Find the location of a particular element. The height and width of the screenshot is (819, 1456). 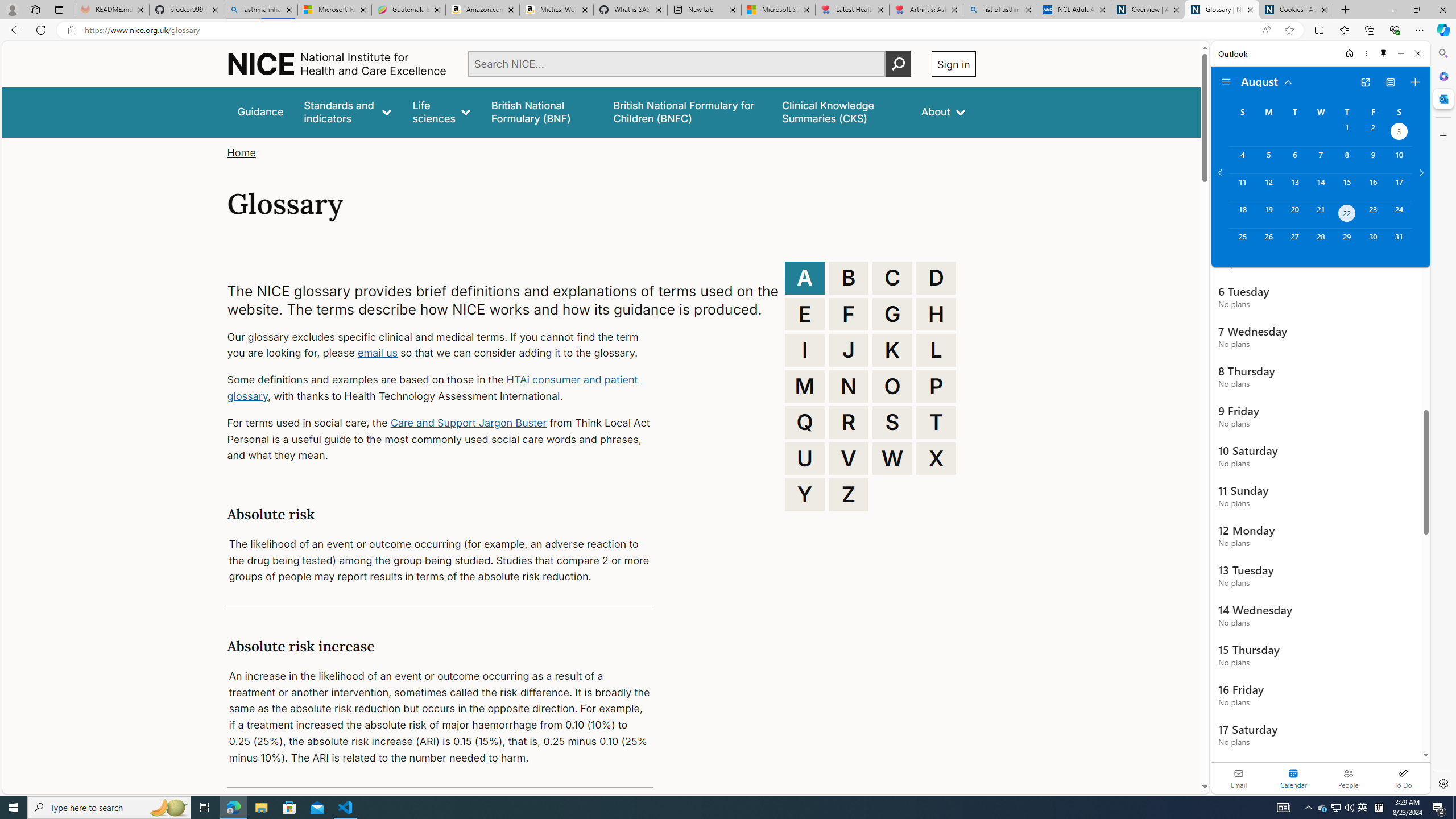

'Monday, August 12, 2024. ' is located at coordinates (1268, 187).